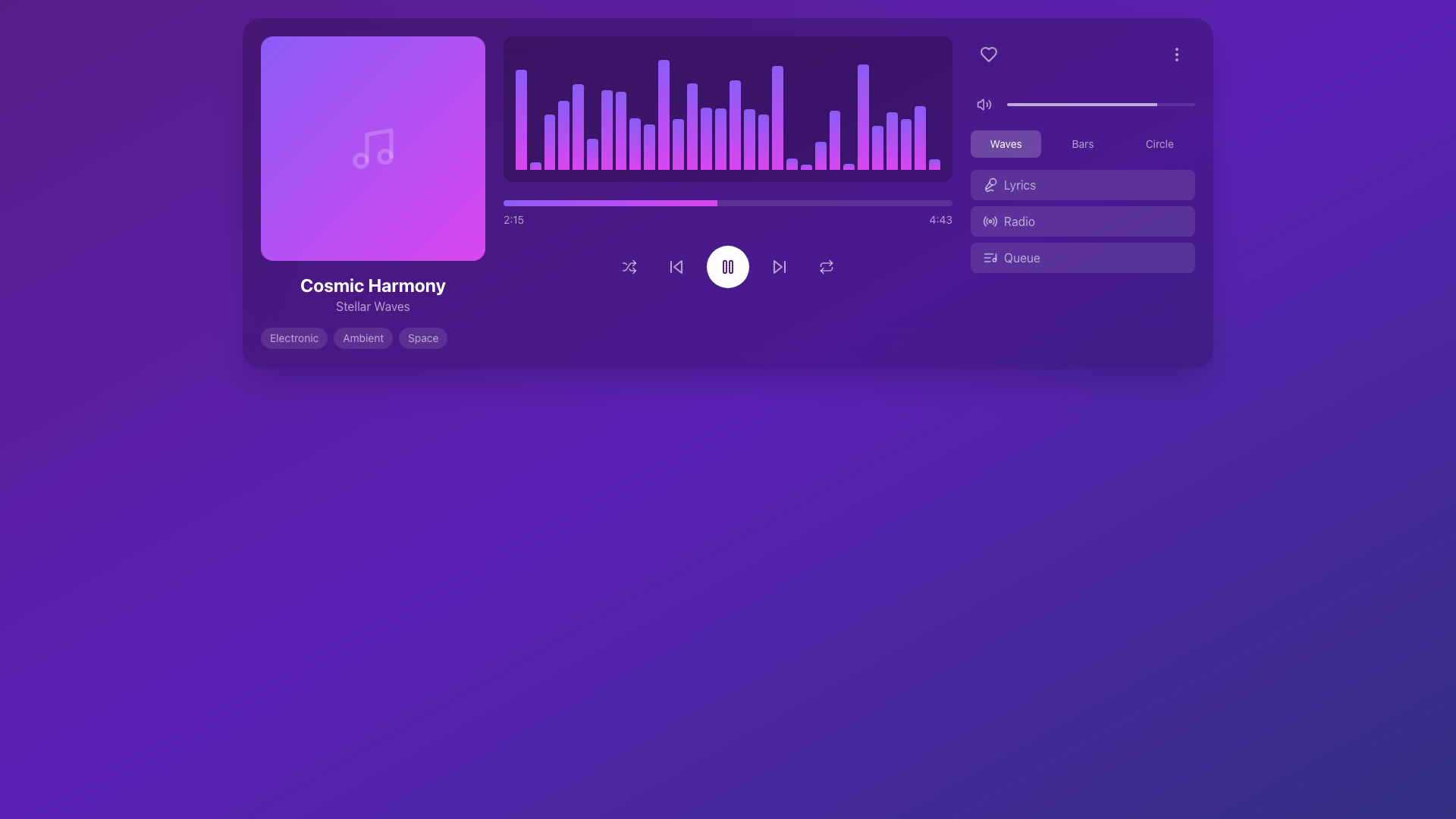  I want to click on the progress bar, so click(700, 202).